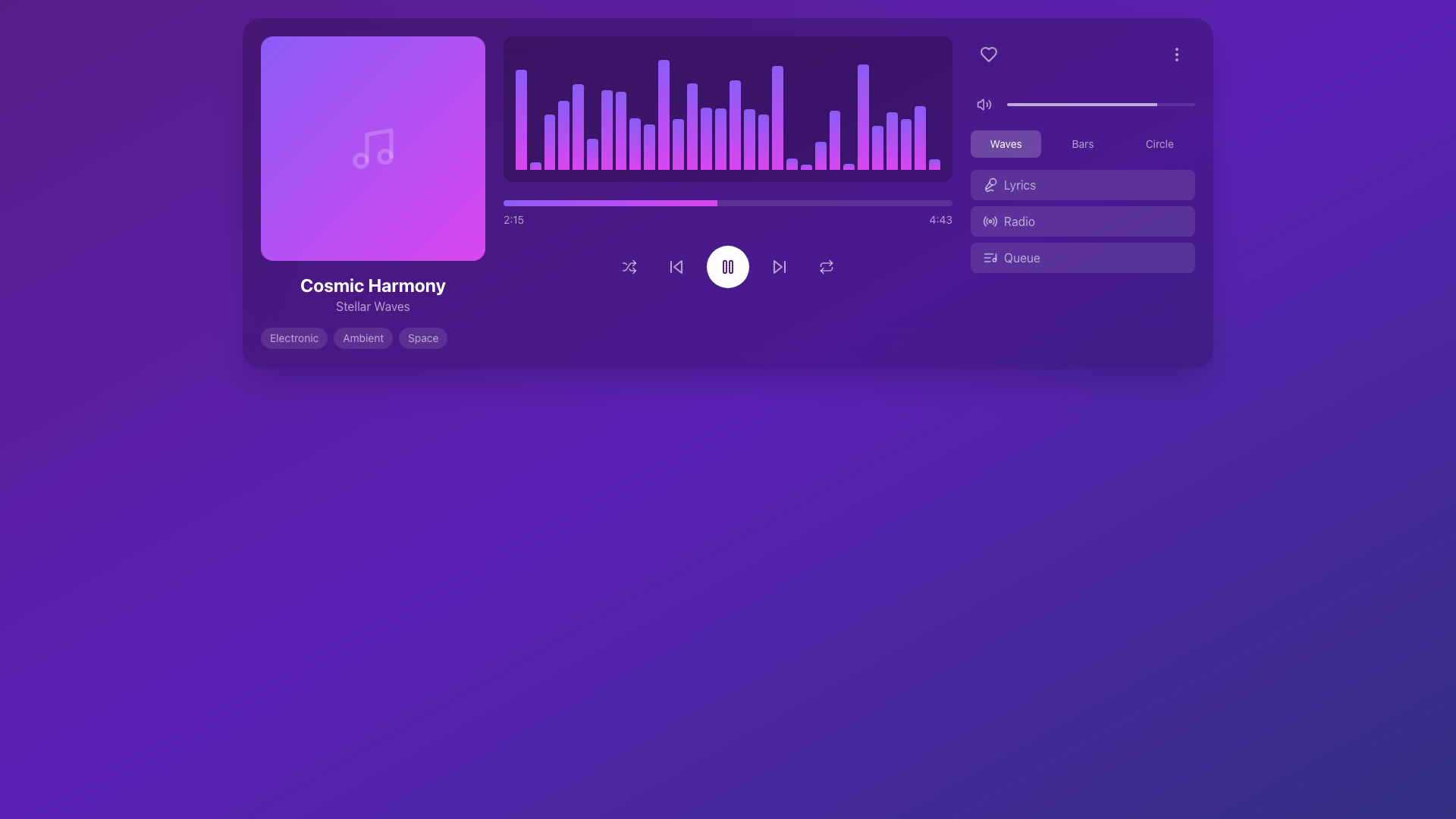  I want to click on the progress bar, so click(700, 202).